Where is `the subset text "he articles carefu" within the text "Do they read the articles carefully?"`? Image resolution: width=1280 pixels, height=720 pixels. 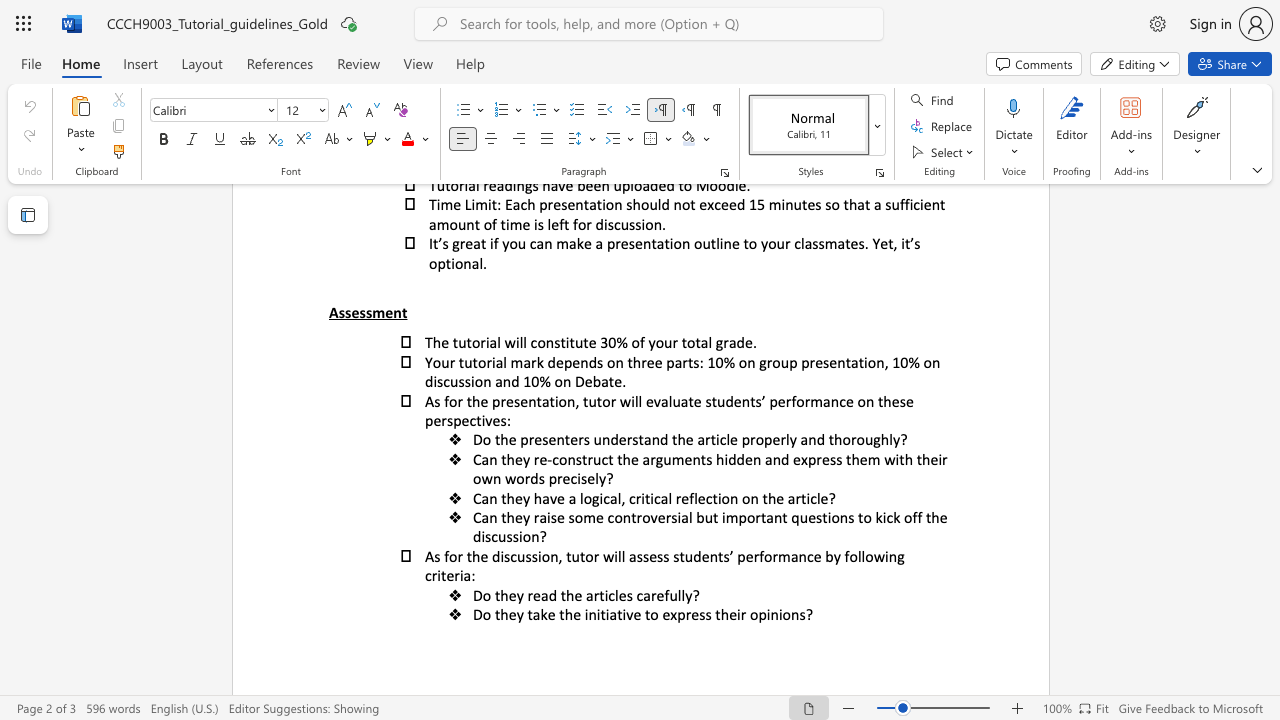 the subset text "he articles carefu" within the text "Do they read the articles carefully?" is located at coordinates (565, 594).